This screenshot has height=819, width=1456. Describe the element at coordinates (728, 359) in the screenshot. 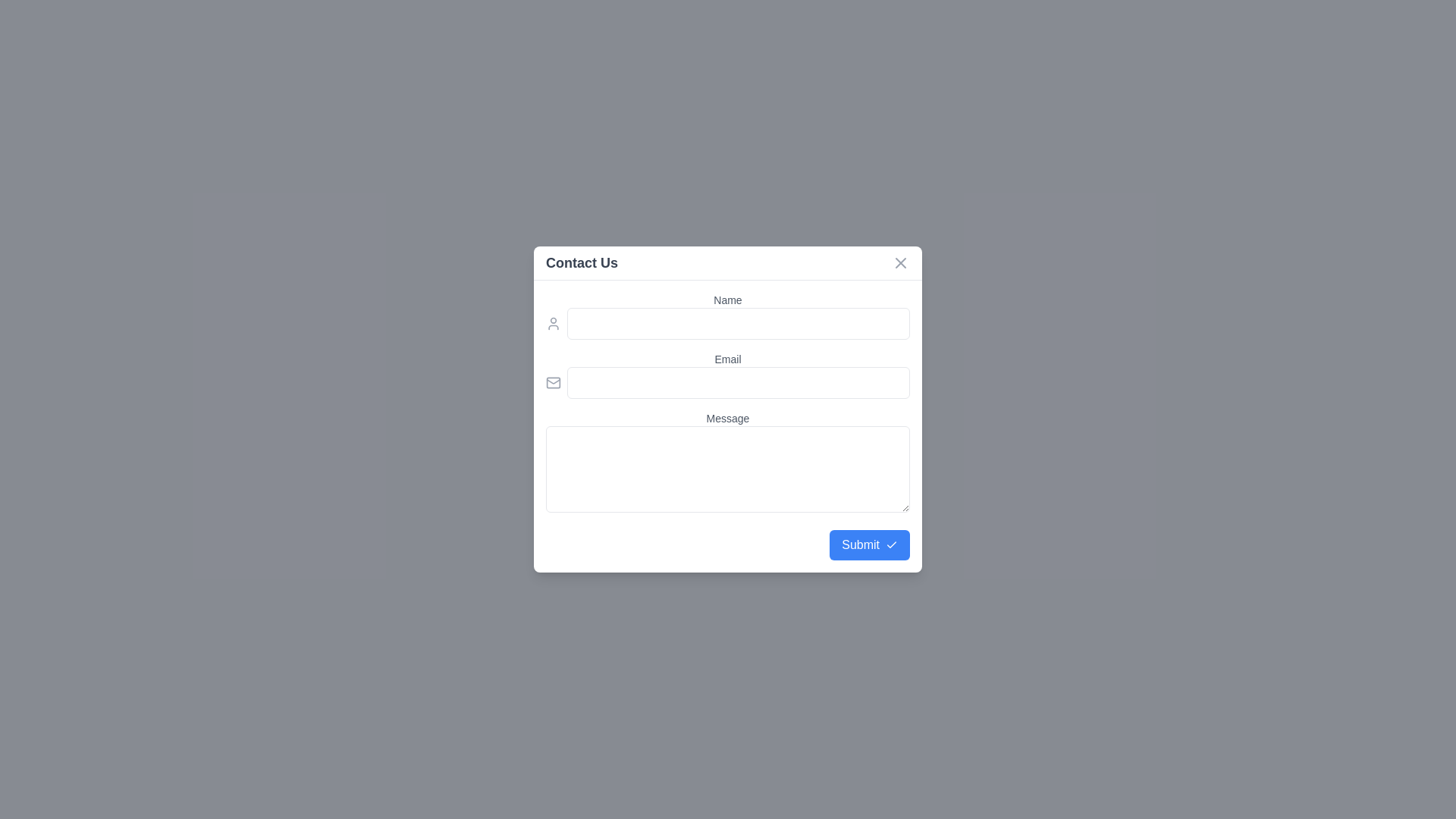

I see `label that serves as a textual description for the email input field, which is centered above it in the form section` at that location.